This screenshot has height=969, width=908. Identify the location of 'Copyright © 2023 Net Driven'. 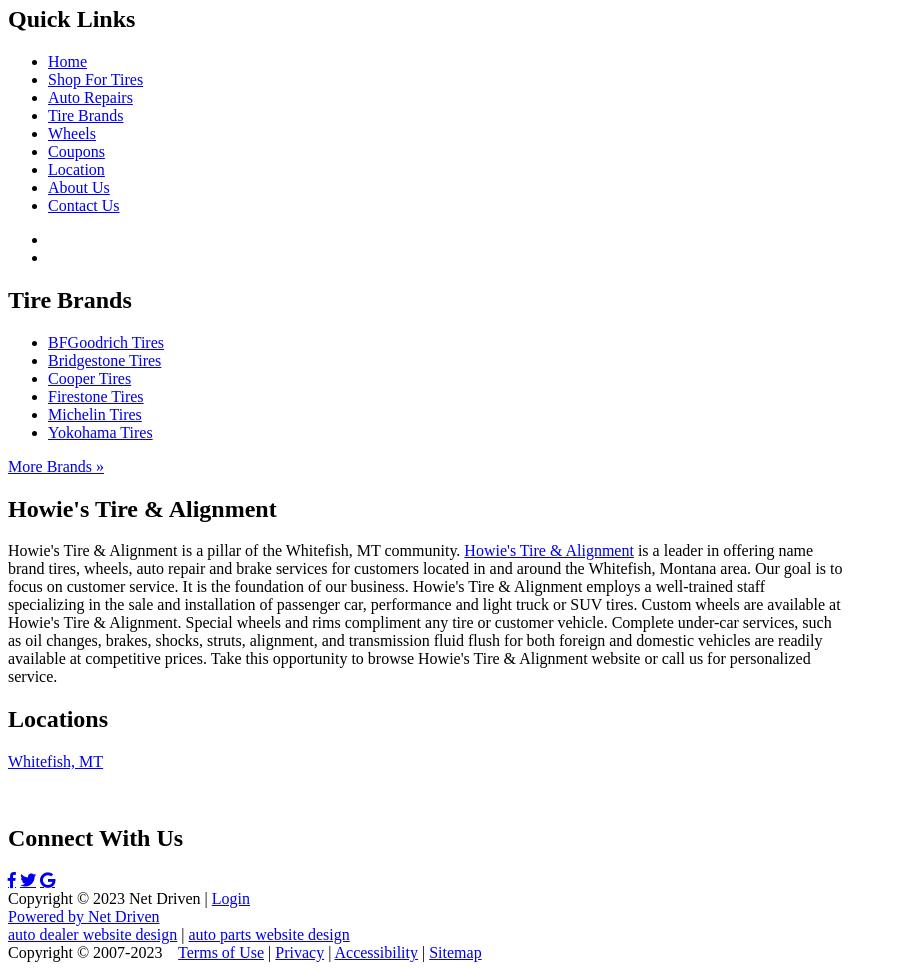
(102, 898).